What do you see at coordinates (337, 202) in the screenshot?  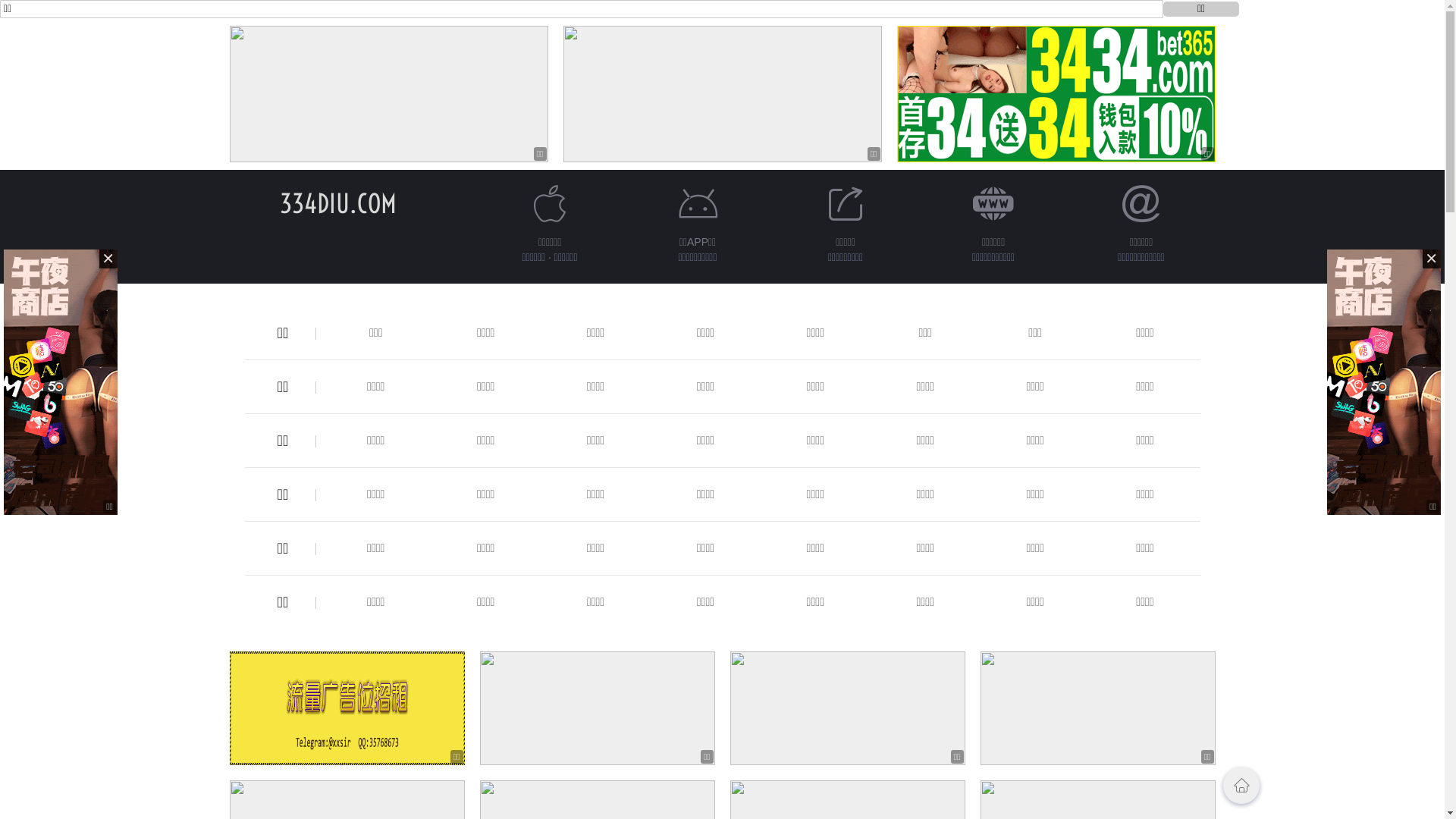 I see `'334DIU.COM'` at bounding box center [337, 202].